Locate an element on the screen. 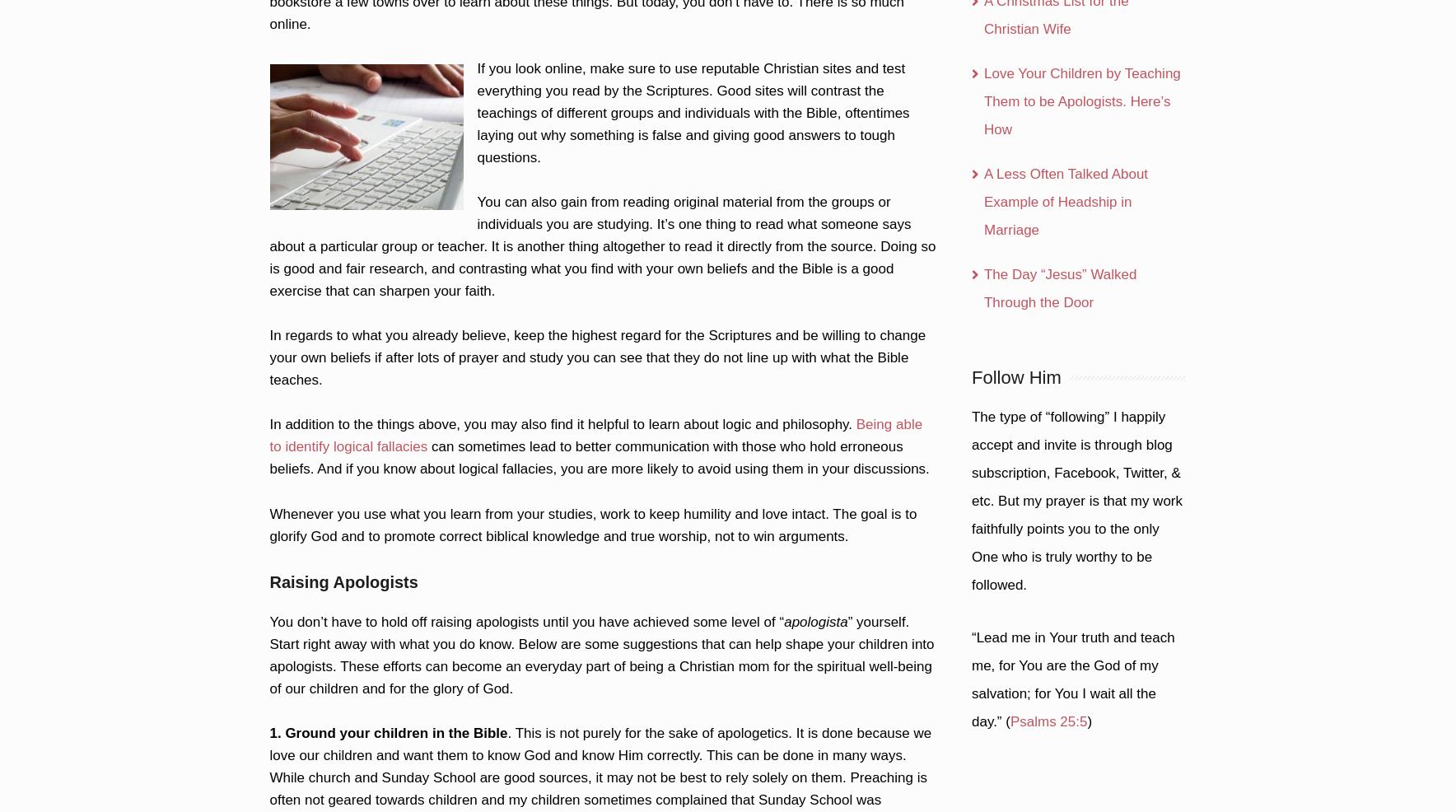  'In regards to what you already believe, keep the highest regard for the Scriptures and be willing to change your own beliefs if after lots of prayer and study you can see that they do not line up with what the Bible teaches.' is located at coordinates (597, 357).